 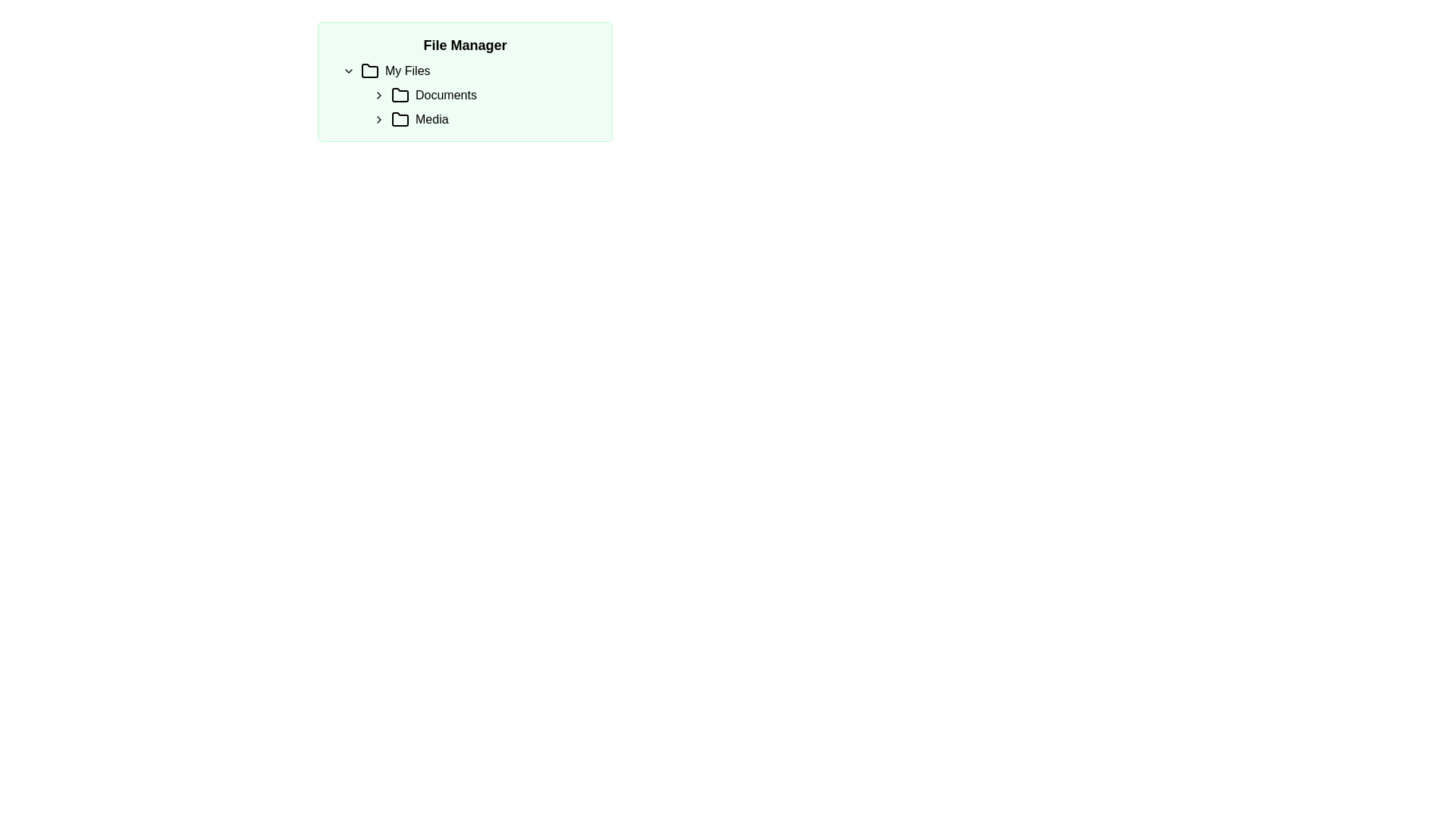 What do you see at coordinates (400, 94) in the screenshot?
I see `the folder icon below the 'Documents' label` at bounding box center [400, 94].